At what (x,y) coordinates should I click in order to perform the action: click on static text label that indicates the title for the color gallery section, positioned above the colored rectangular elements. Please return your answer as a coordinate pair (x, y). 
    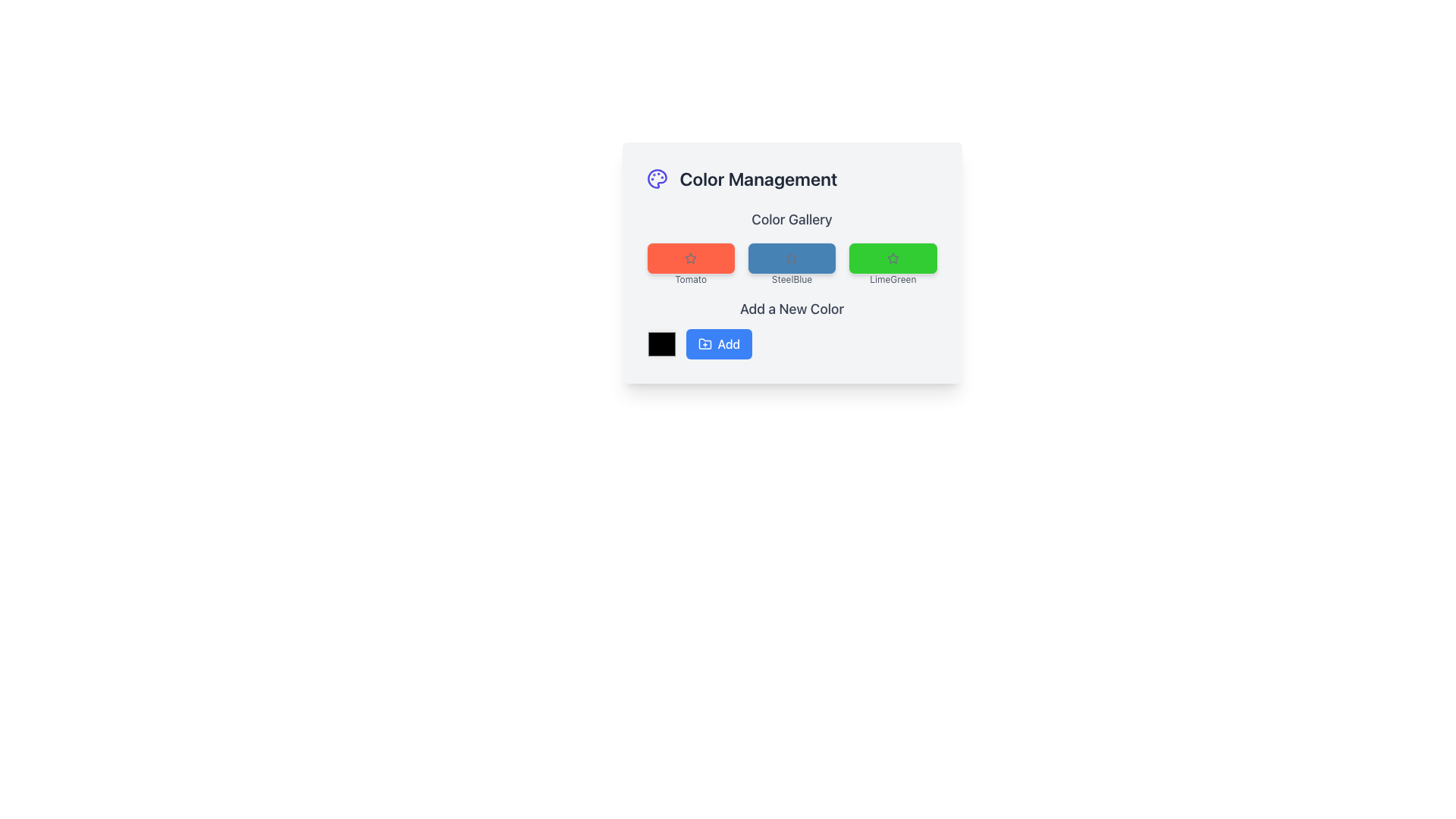
    Looking at the image, I should click on (791, 219).